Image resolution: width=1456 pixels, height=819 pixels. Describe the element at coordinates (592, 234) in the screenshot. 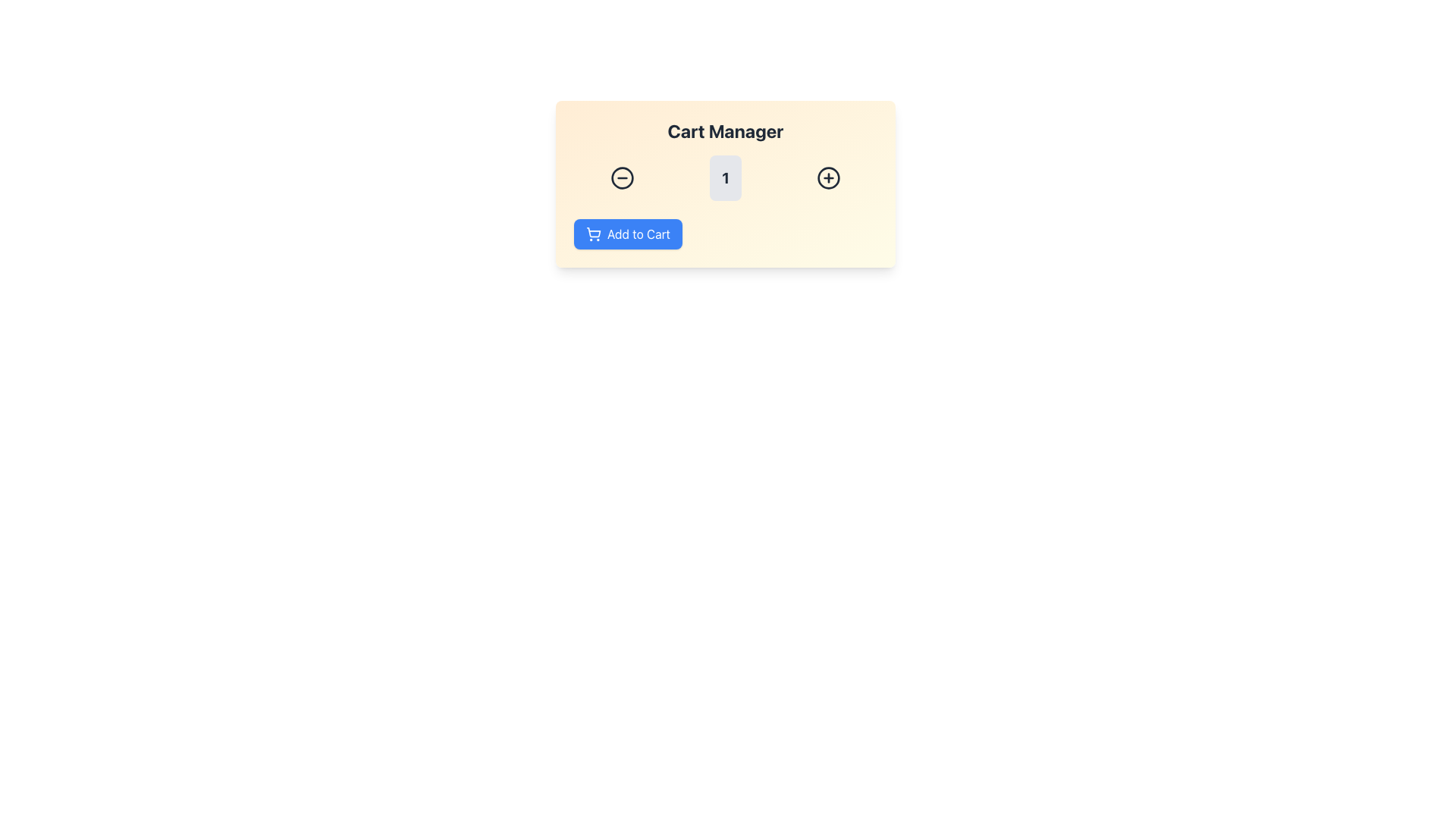

I see `the 'Add to Cart' icon located within the button labeled 'Add to Cart' in the 'Cart Manager'` at that location.